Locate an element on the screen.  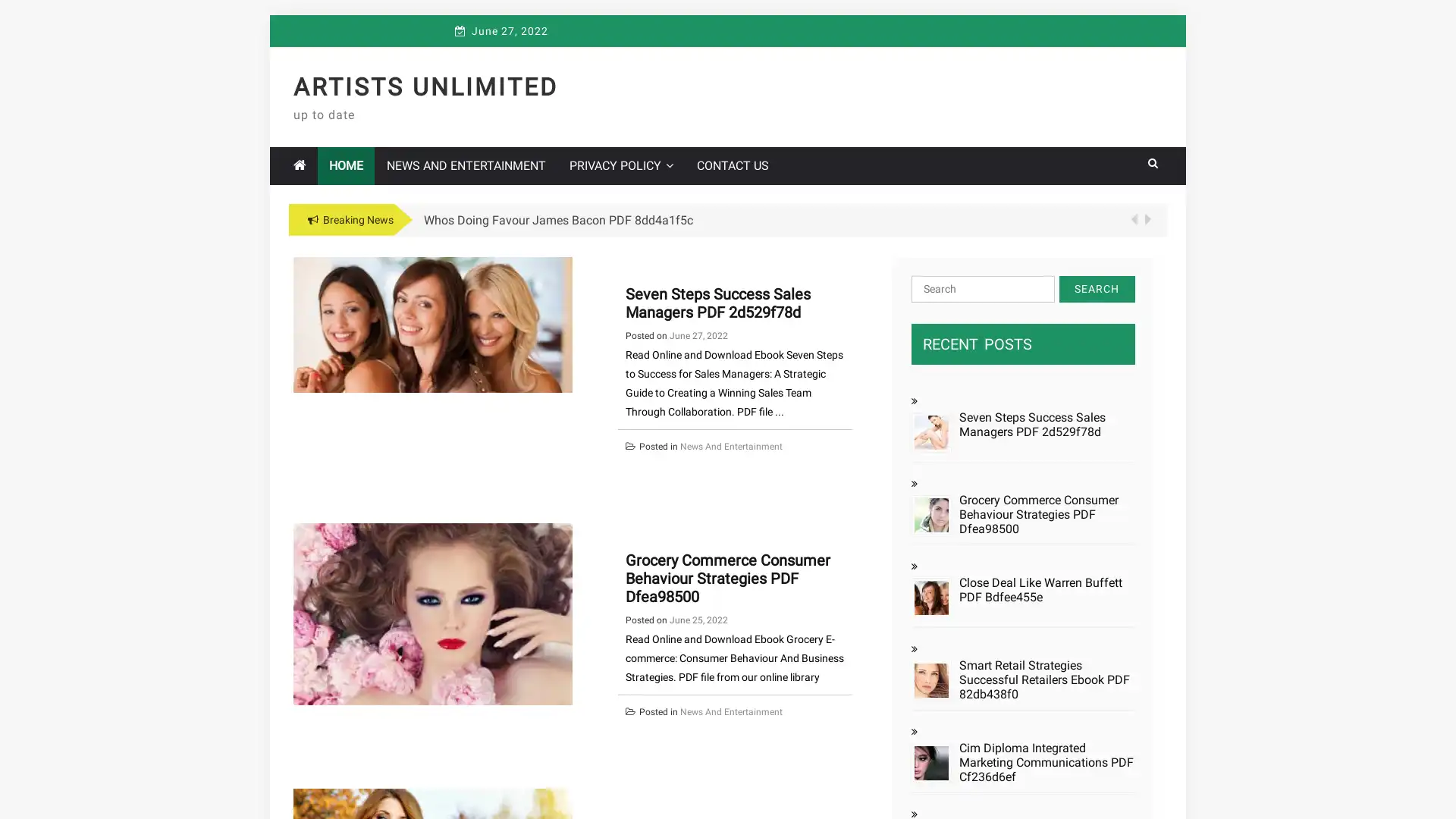
Search is located at coordinates (1096, 288).